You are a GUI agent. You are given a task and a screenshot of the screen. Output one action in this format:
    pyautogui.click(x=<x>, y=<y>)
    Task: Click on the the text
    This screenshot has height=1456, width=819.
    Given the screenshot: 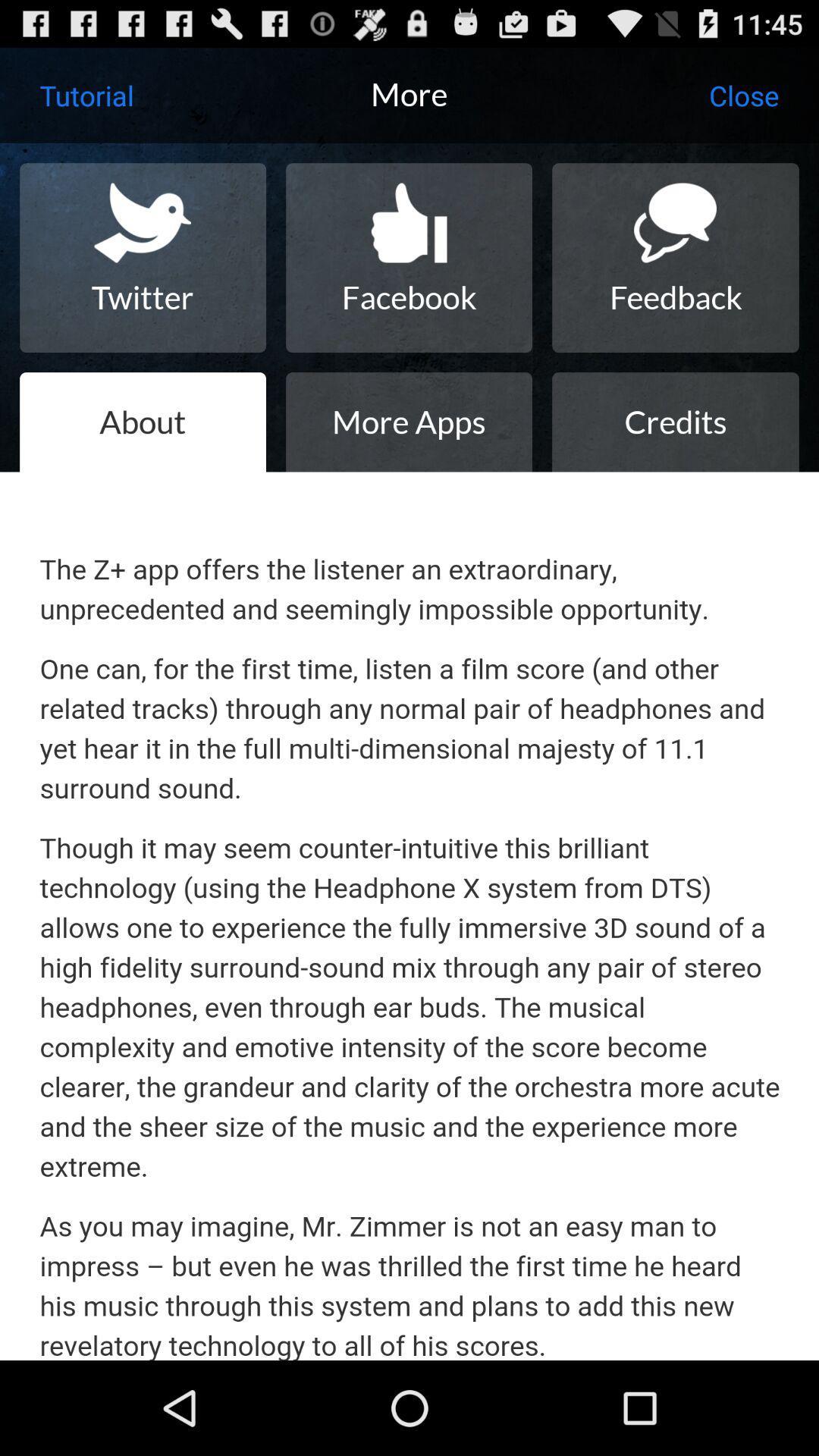 What is the action you would take?
    pyautogui.click(x=409, y=915)
    